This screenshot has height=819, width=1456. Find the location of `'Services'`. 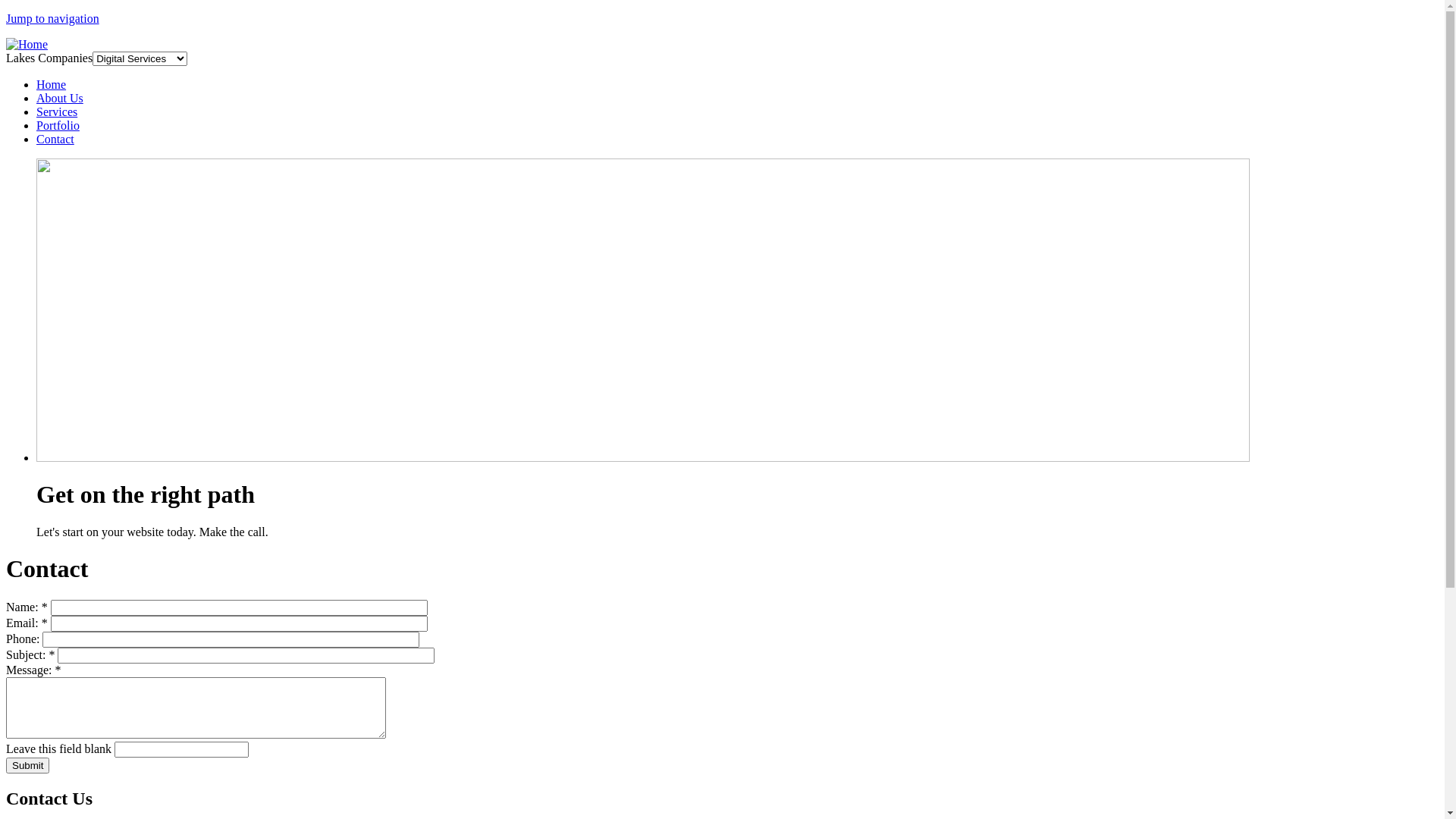

'Services' is located at coordinates (36, 111).